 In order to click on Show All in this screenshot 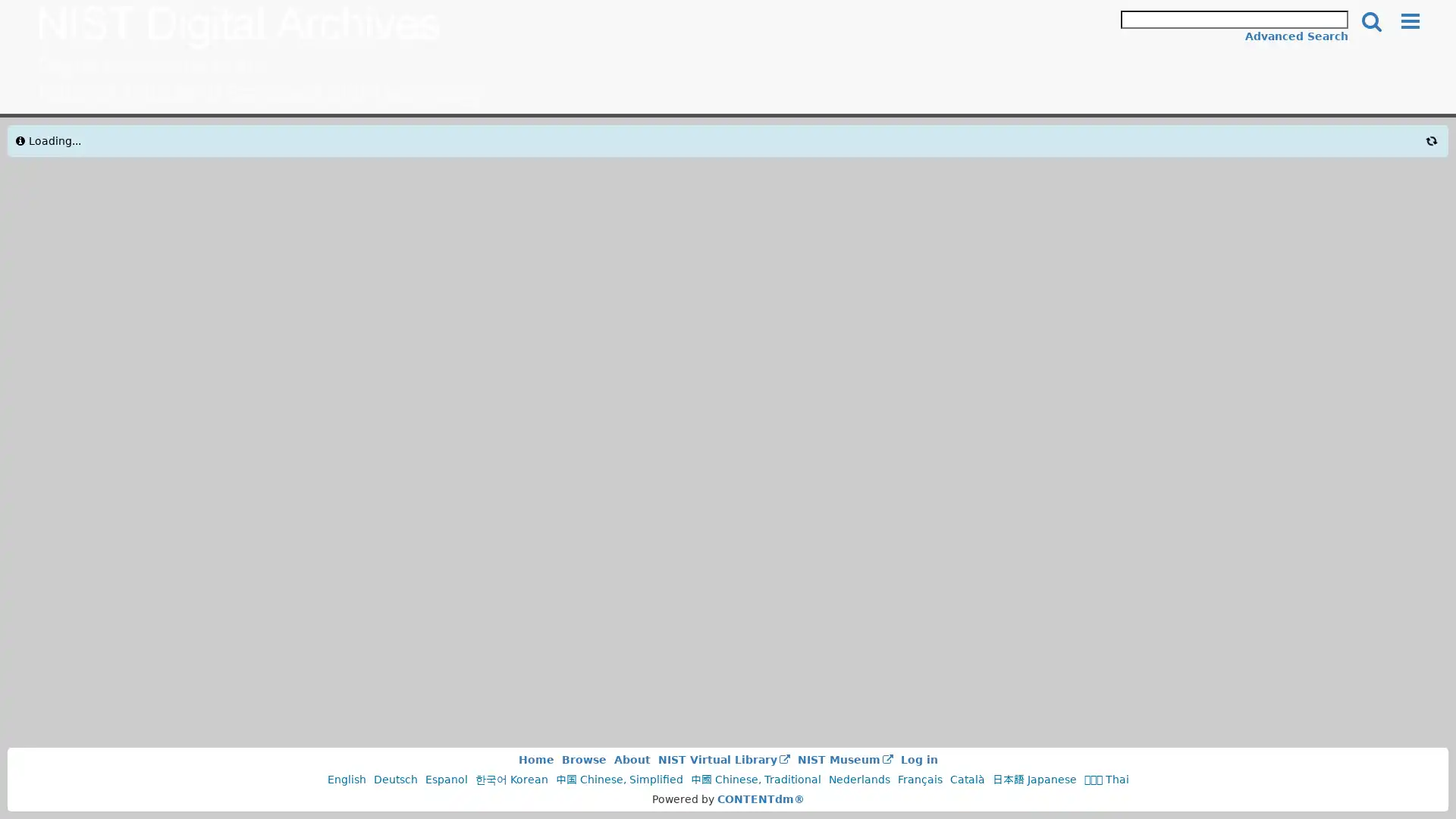, I will do `click(184, 330)`.